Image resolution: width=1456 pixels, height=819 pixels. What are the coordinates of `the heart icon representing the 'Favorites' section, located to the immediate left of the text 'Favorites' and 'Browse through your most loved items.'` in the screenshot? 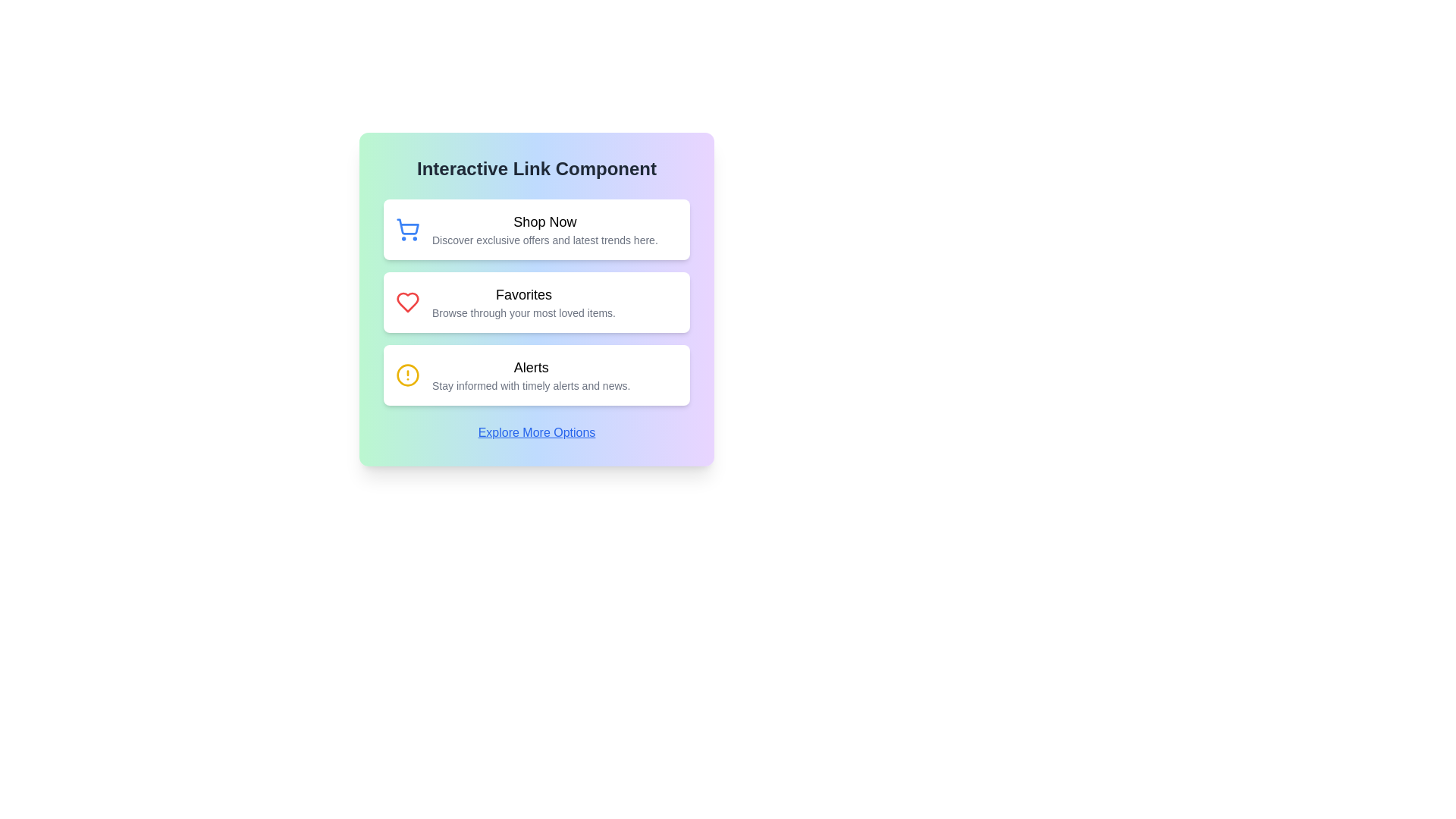 It's located at (407, 302).